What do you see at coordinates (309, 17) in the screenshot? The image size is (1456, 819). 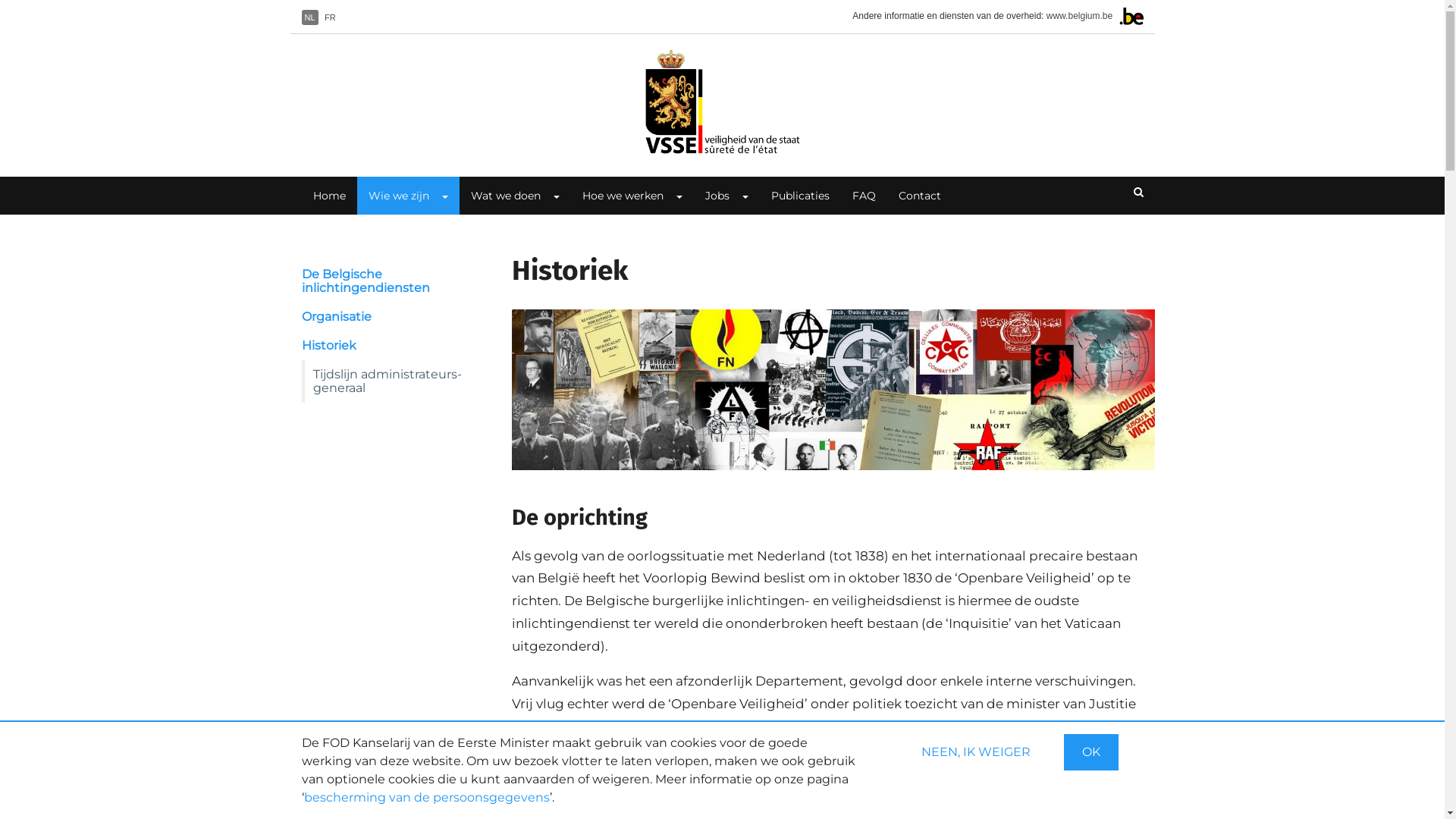 I see `'NL'` at bounding box center [309, 17].